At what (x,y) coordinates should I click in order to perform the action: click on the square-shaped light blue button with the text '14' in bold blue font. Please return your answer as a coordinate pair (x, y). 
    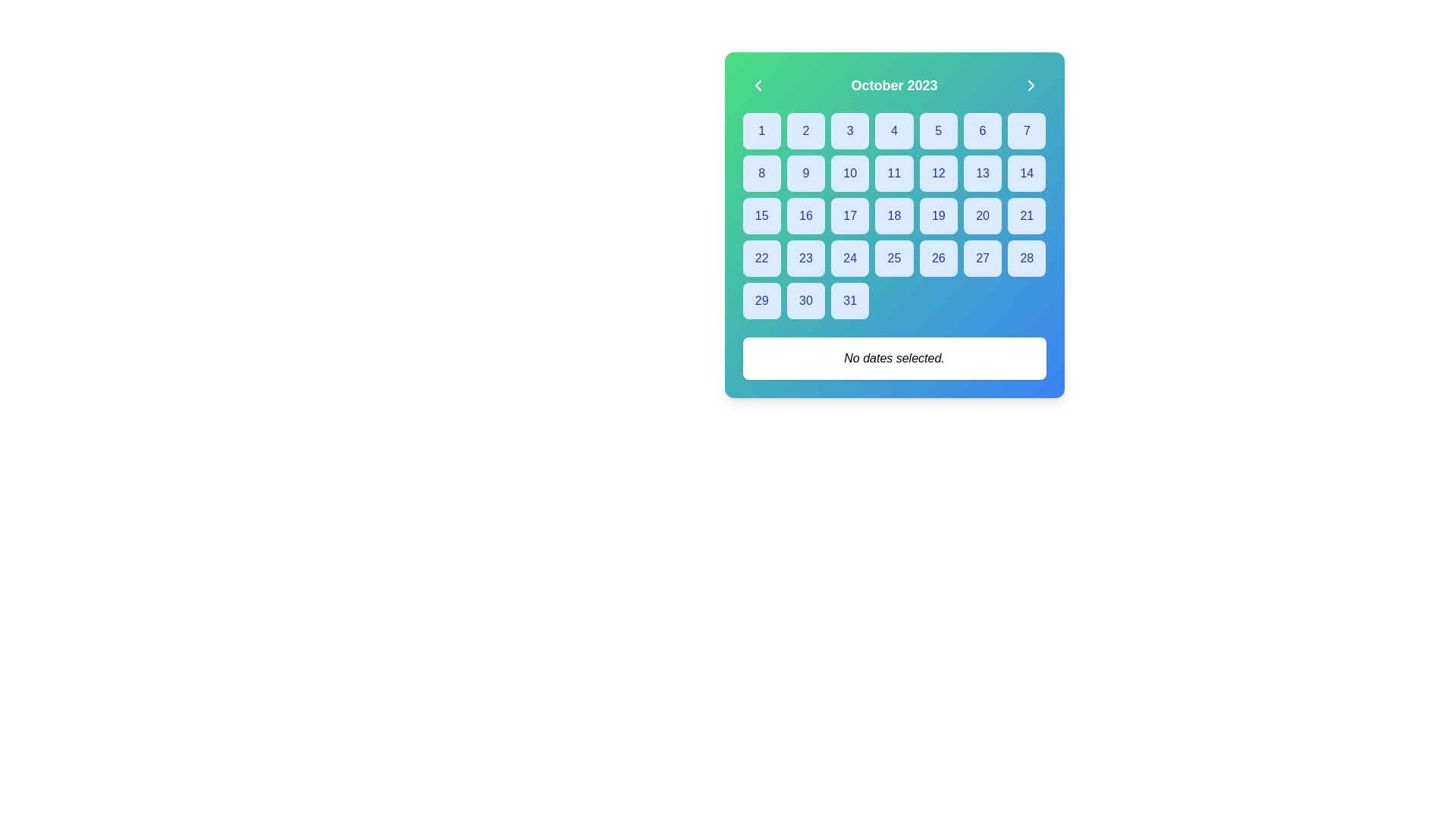
    Looking at the image, I should click on (1026, 172).